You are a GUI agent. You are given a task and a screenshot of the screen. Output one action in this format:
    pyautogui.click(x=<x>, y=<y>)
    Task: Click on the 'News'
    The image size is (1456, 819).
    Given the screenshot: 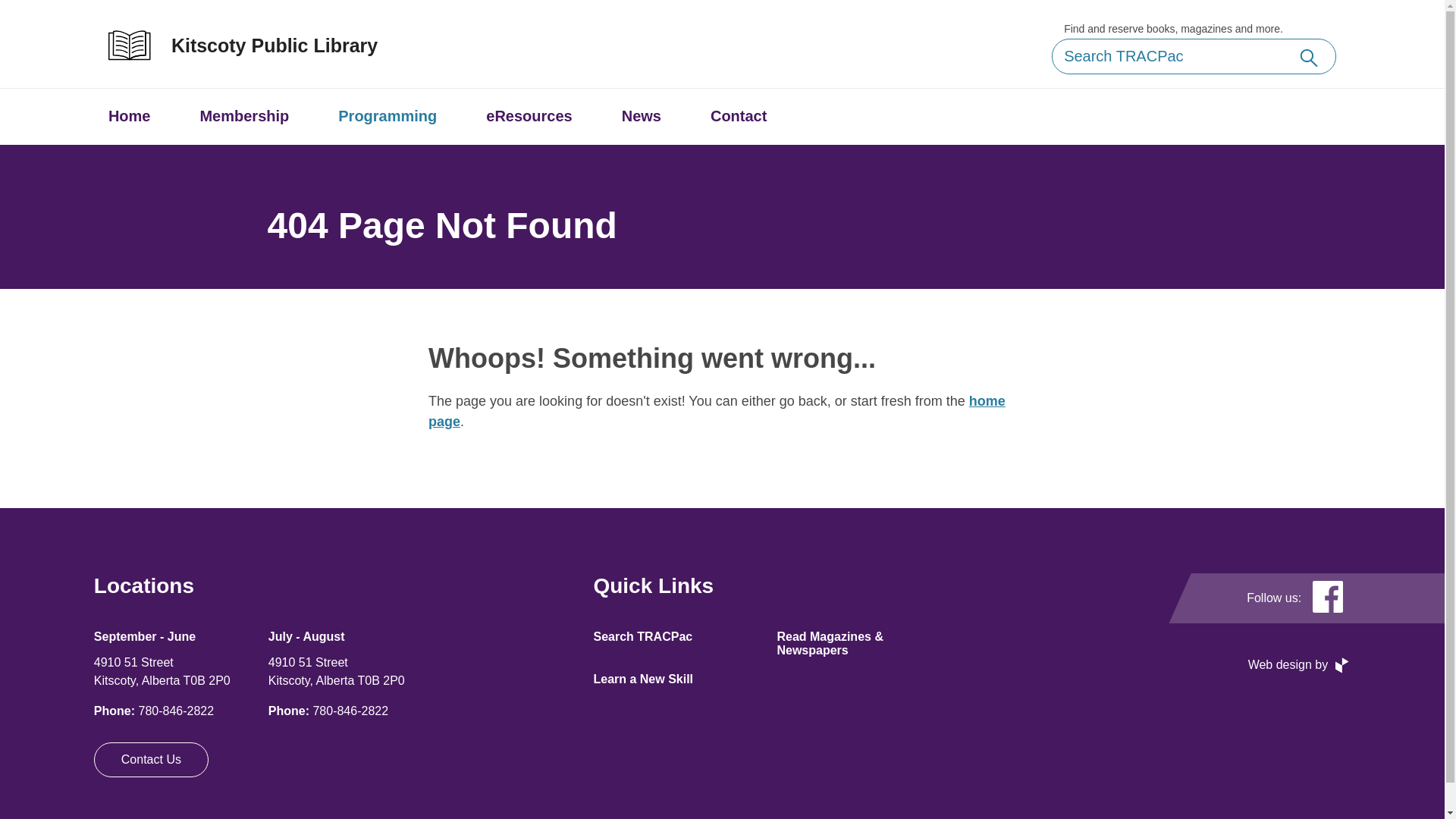 What is the action you would take?
    pyautogui.click(x=641, y=115)
    